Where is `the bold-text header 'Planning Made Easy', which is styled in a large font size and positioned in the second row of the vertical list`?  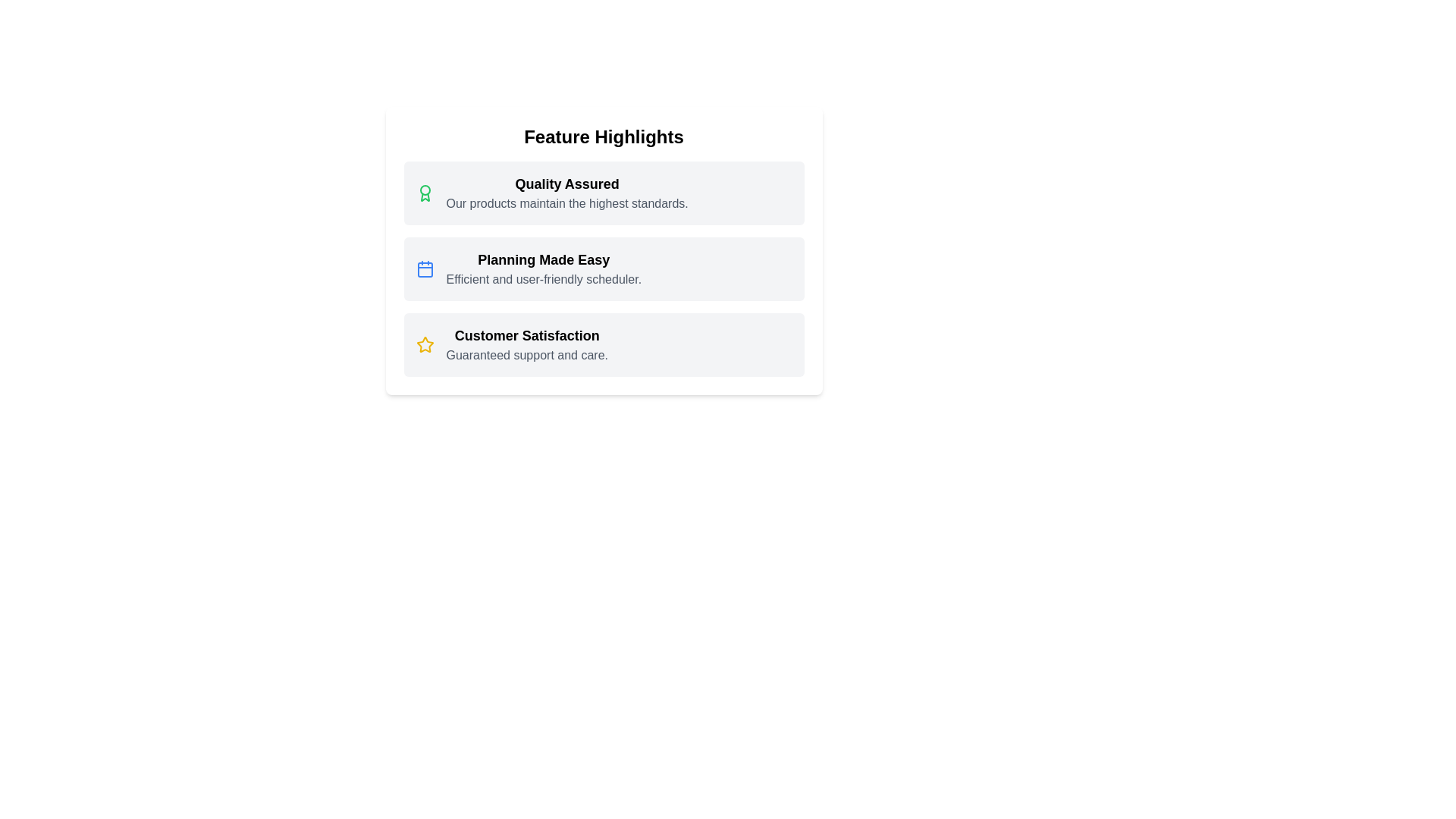 the bold-text header 'Planning Made Easy', which is styled in a large font size and positioned in the second row of the vertical list is located at coordinates (544, 259).